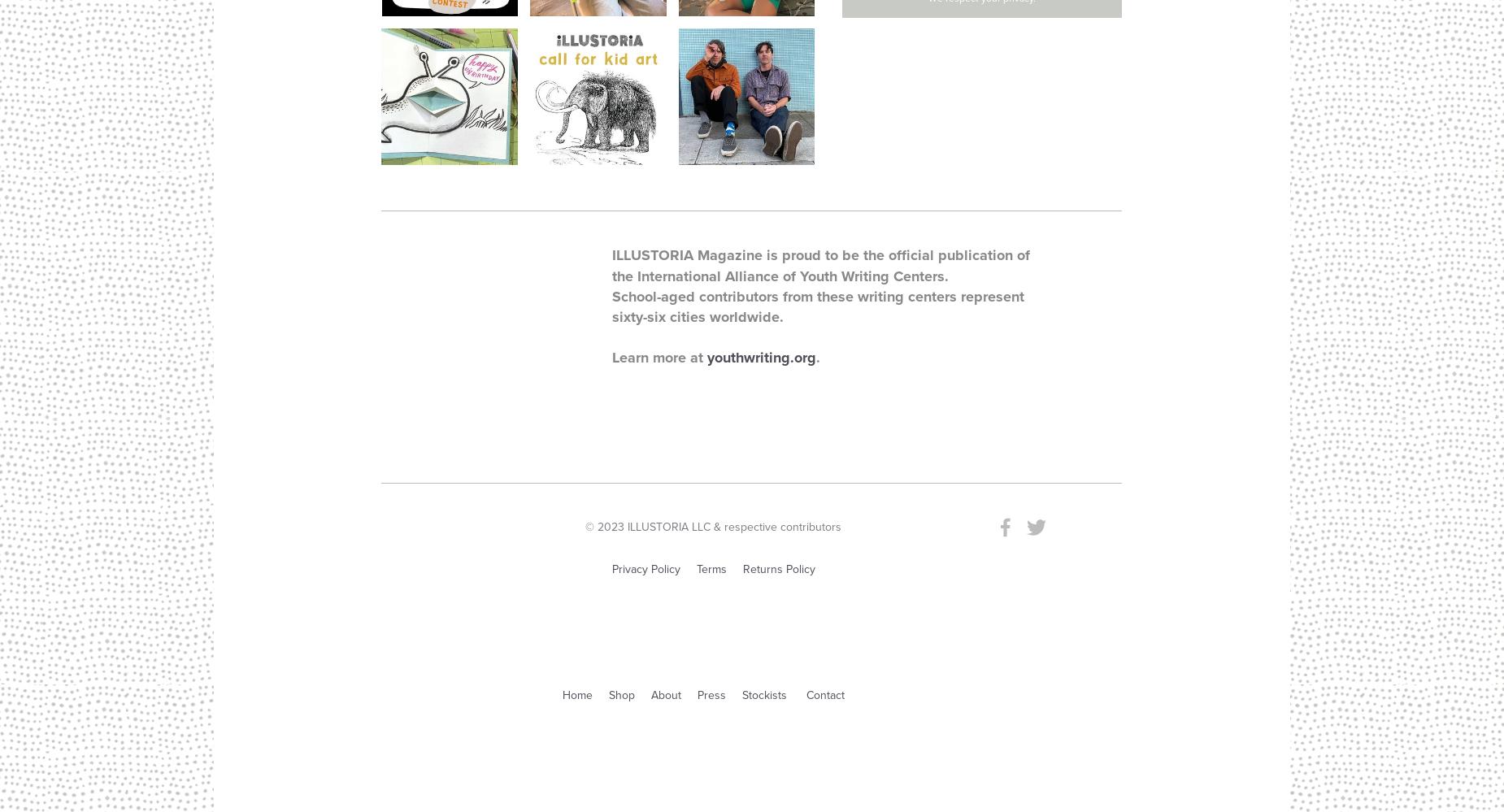  What do you see at coordinates (609, 694) in the screenshot?
I see `'Shop'` at bounding box center [609, 694].